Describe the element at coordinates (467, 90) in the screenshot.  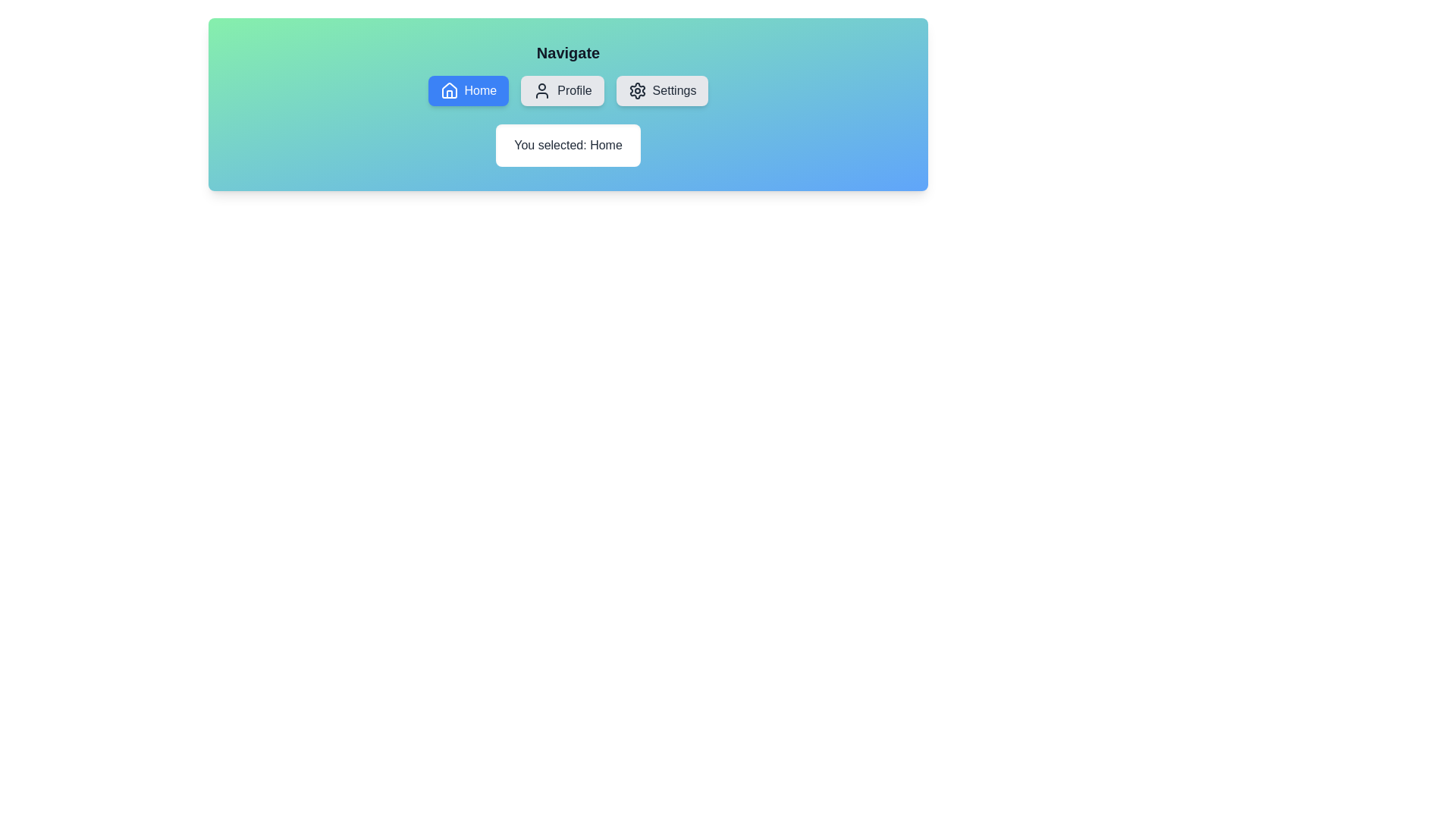
I see `the navigation option Home` at that location.